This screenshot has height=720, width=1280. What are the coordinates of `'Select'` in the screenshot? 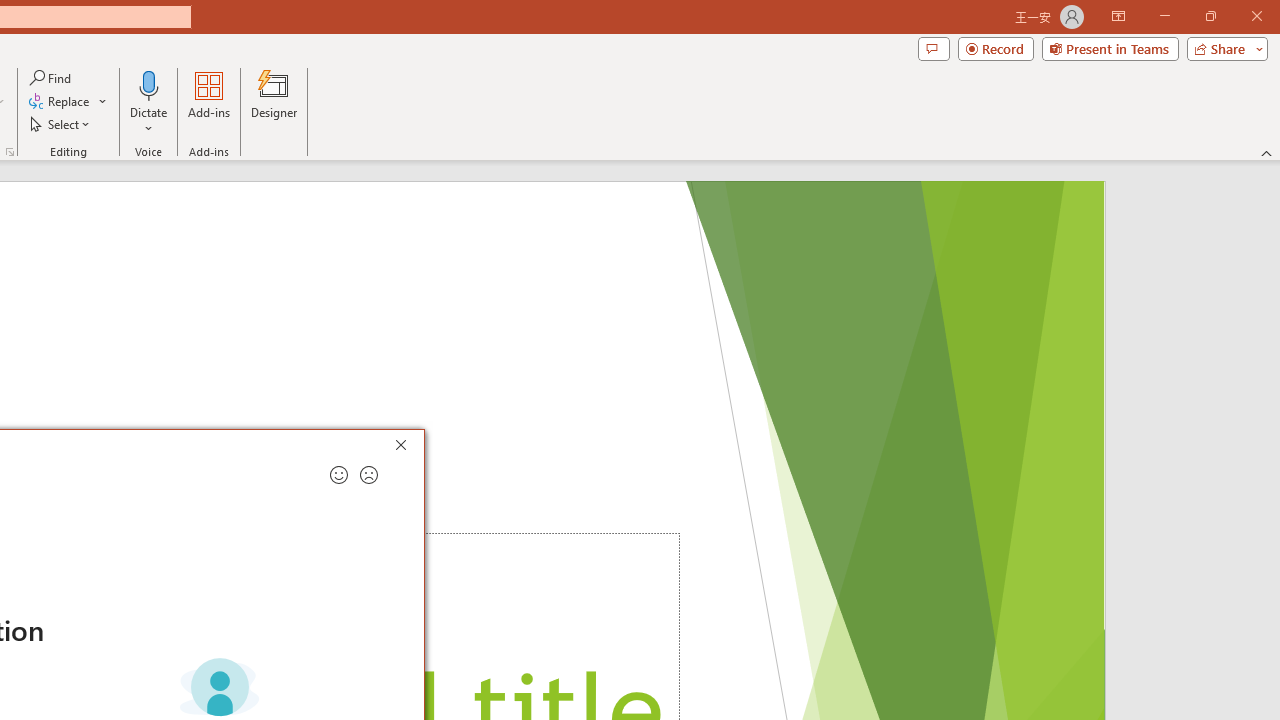 It's located at (61, 124).